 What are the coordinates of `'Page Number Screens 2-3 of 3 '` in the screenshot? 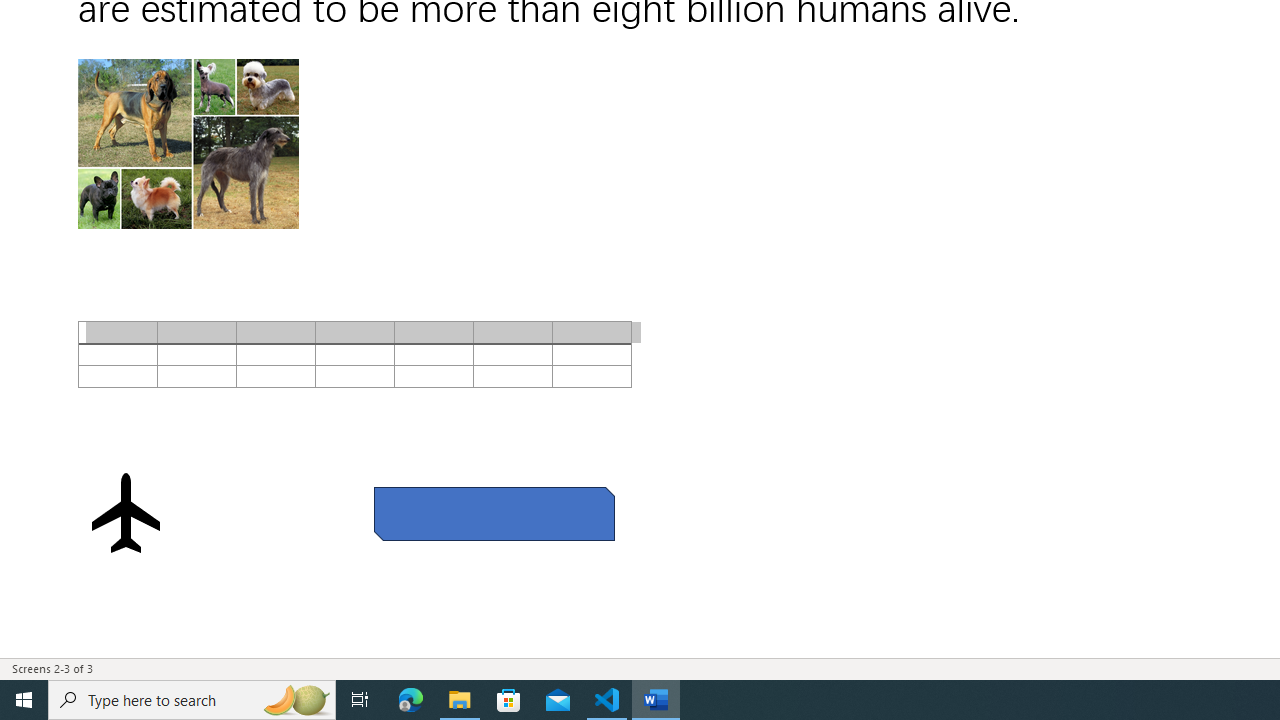 It's located at (52, 669).